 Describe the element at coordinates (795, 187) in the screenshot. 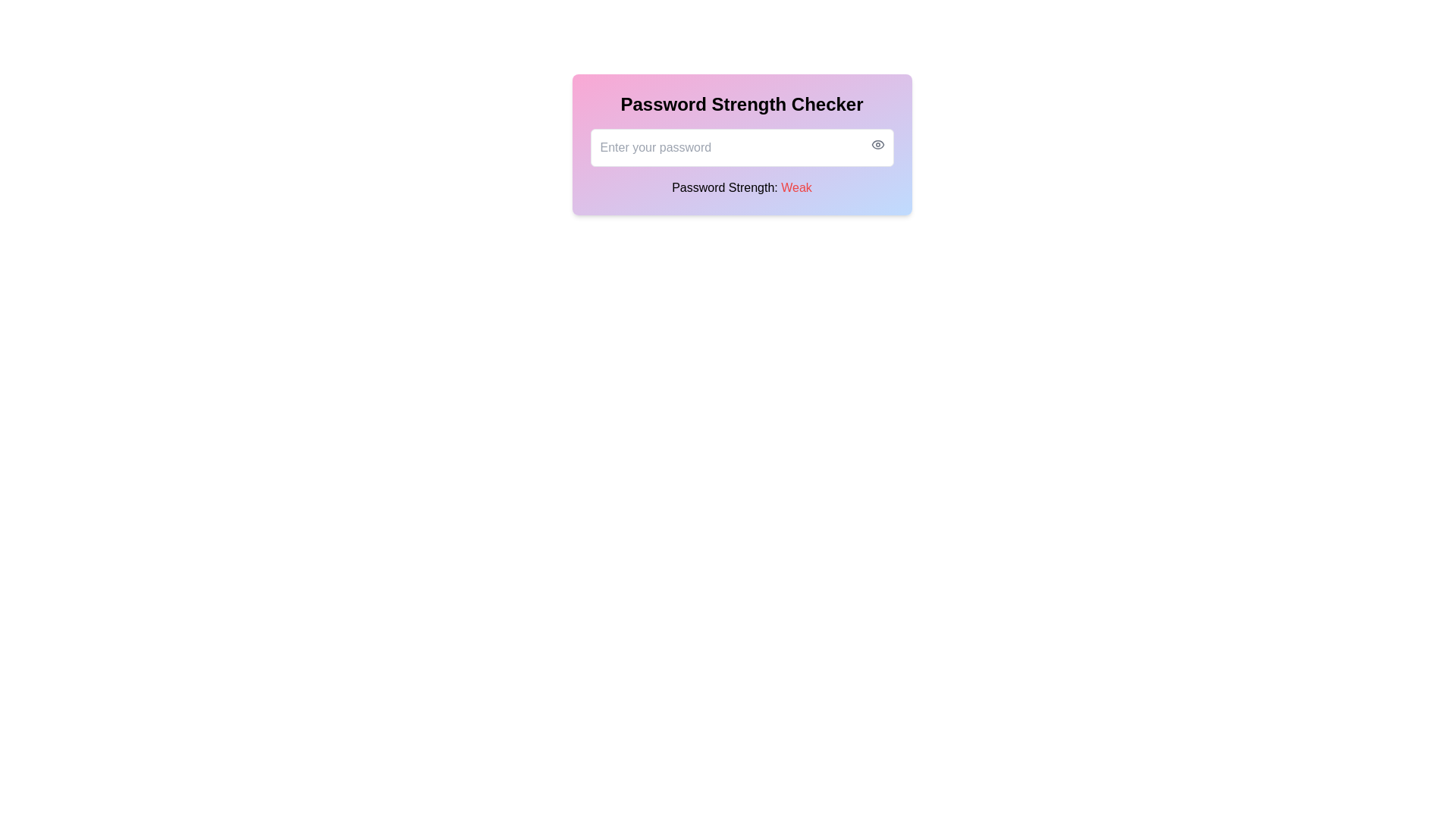

I see `the TextLabel element displaying 'Weak' in bold red font, which indicates password strength feedback` at that location.